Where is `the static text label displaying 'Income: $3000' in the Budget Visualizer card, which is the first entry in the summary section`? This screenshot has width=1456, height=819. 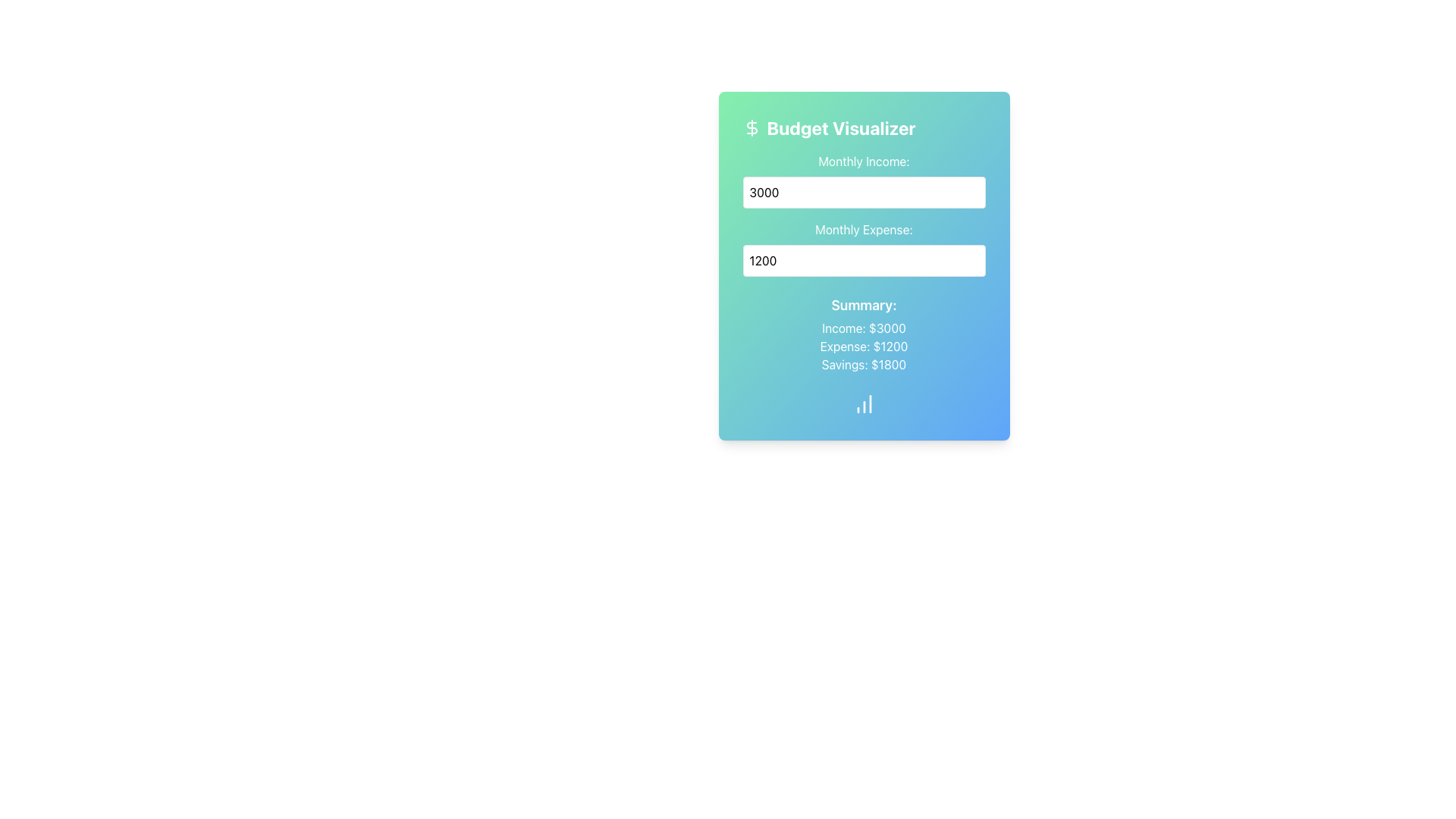 the static text label displaying 'Income: $3000' in the Budget Visualizer card, which is the first entry in the summary section is located at coordinates (864, 327).